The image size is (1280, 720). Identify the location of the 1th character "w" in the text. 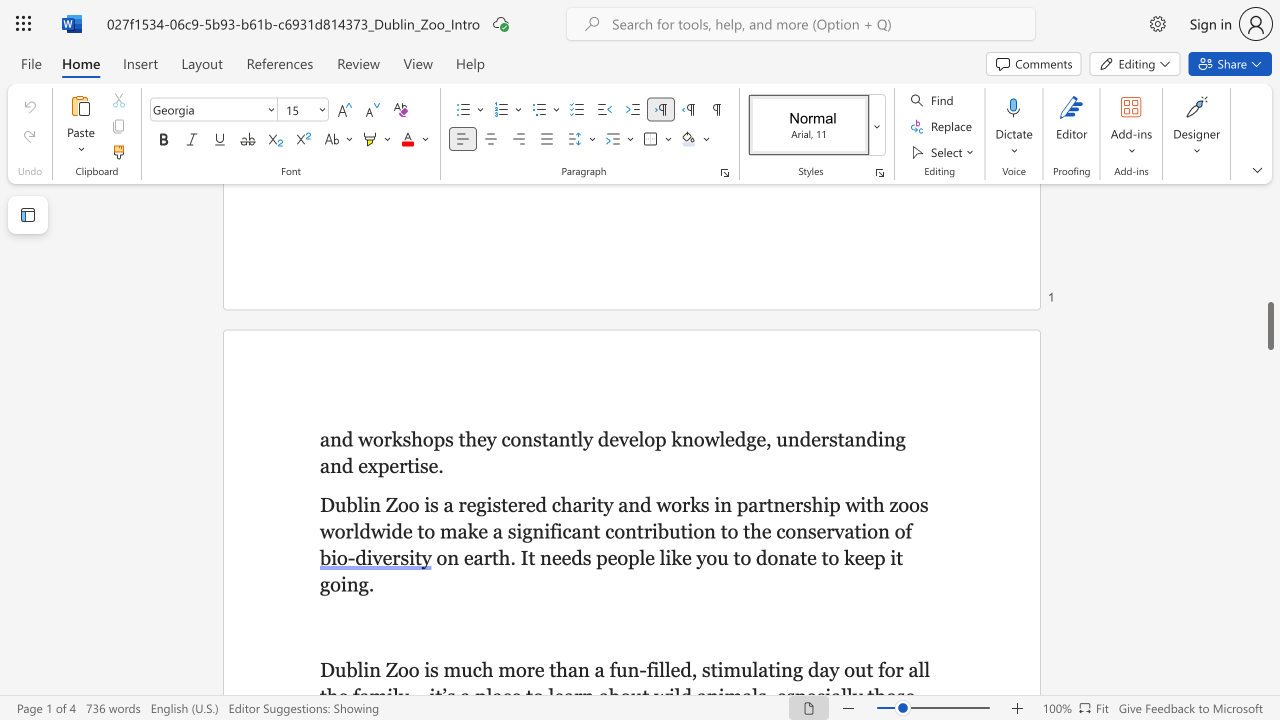
(365, 438).